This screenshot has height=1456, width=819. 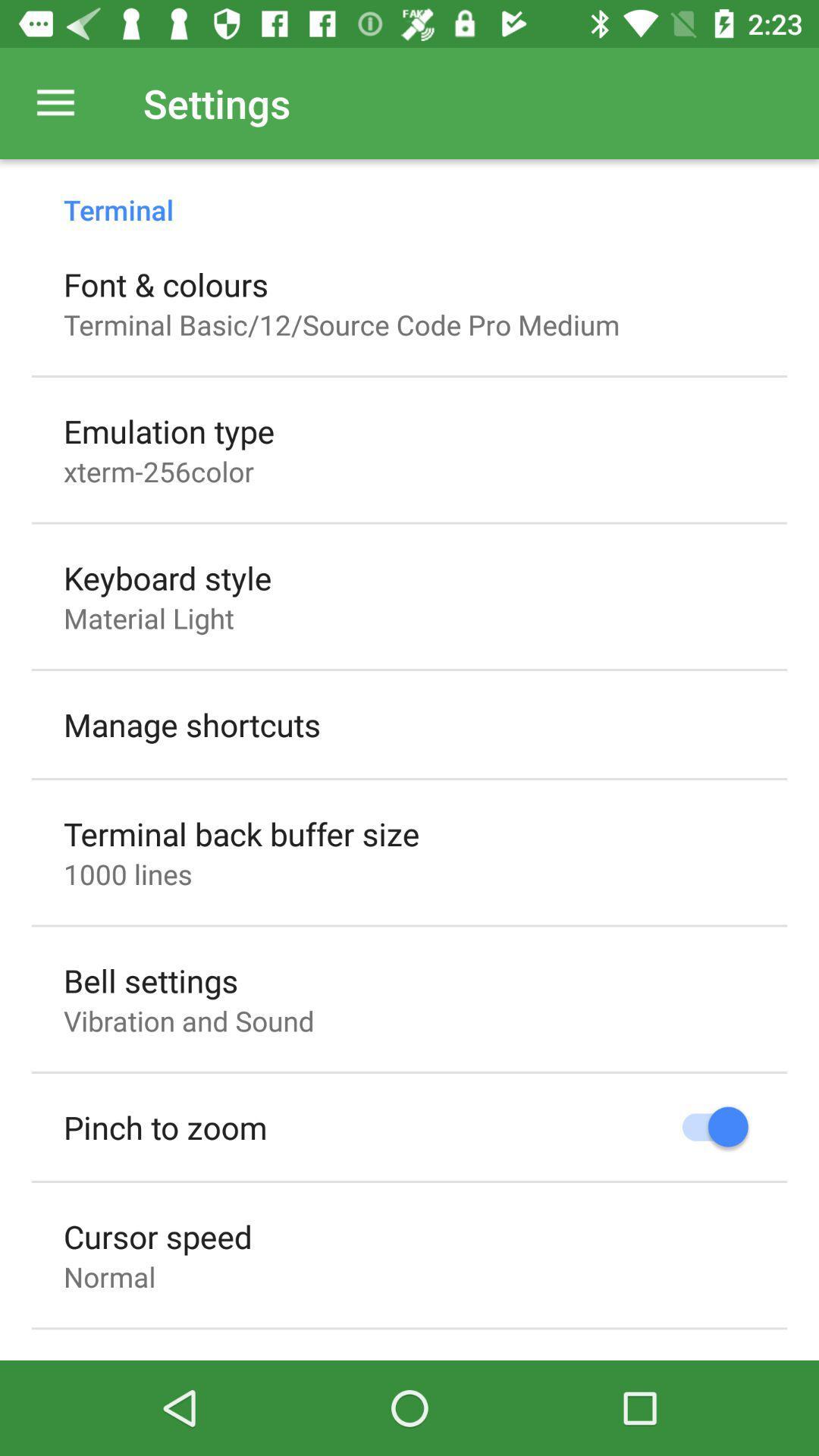 What do you see at coordinates (188, 1021) in the screenshot?
I see `item above the pinch to zoom icon` at bounding box center [188, 1021].